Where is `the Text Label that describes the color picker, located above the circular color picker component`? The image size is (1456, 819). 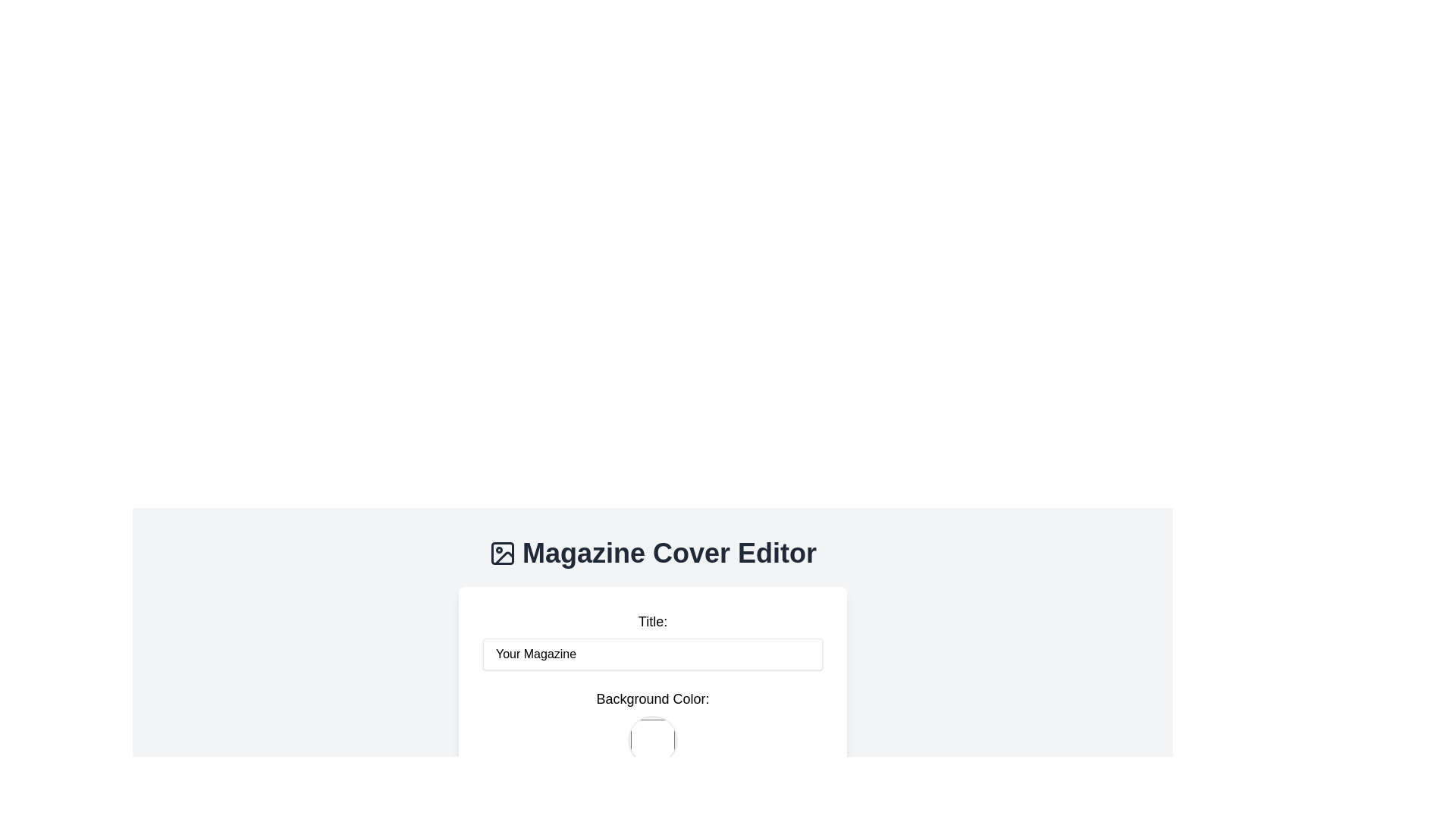 the Text Label that describes the color picker, located above the circular color picker component is located at coordinates (652, 698).